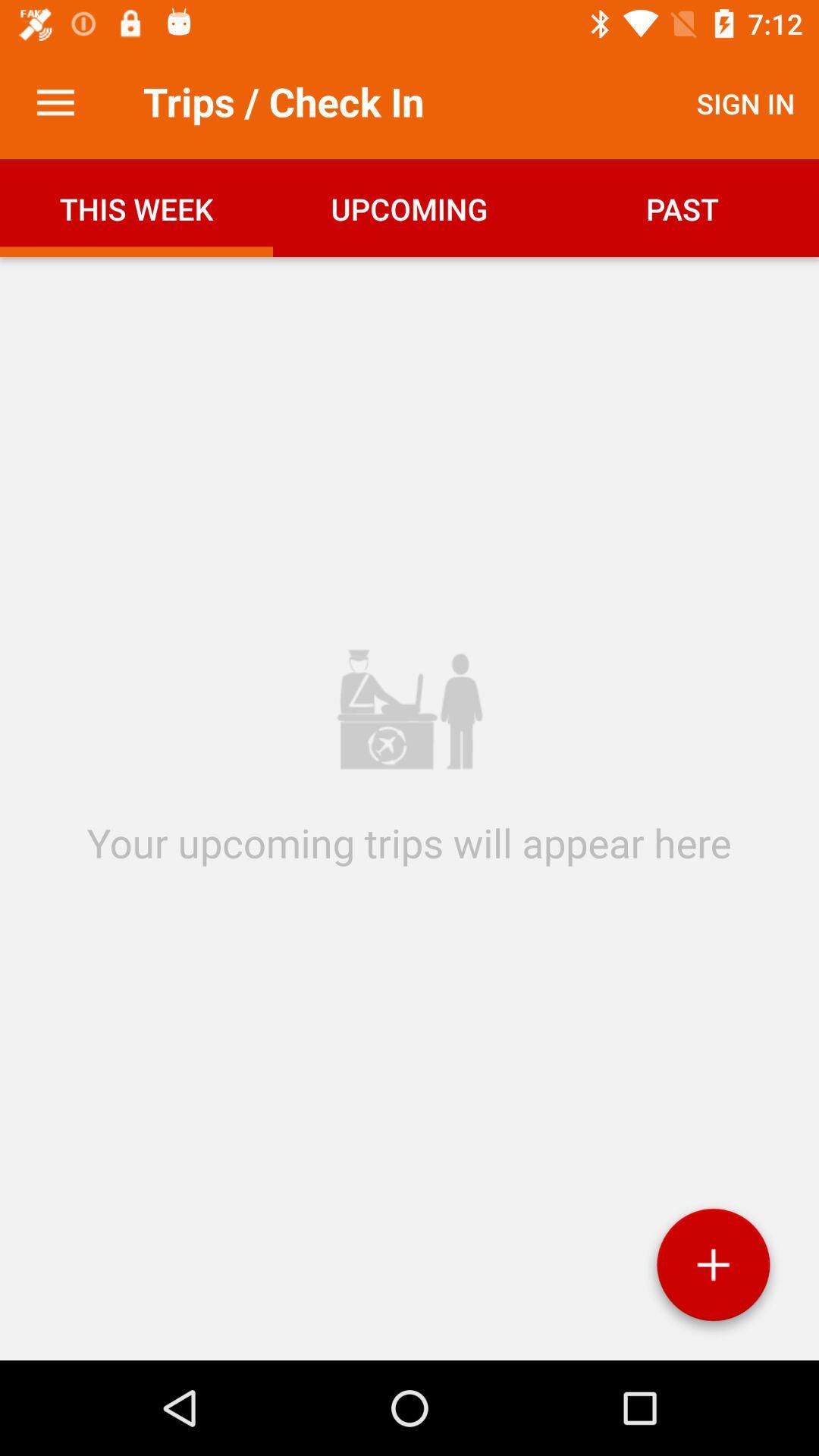 This screenshot has width=819, height=1456. Describe the element at coordinates (55, 102) in the screenshot. I see `the item next to the trips / check in item` at that location.